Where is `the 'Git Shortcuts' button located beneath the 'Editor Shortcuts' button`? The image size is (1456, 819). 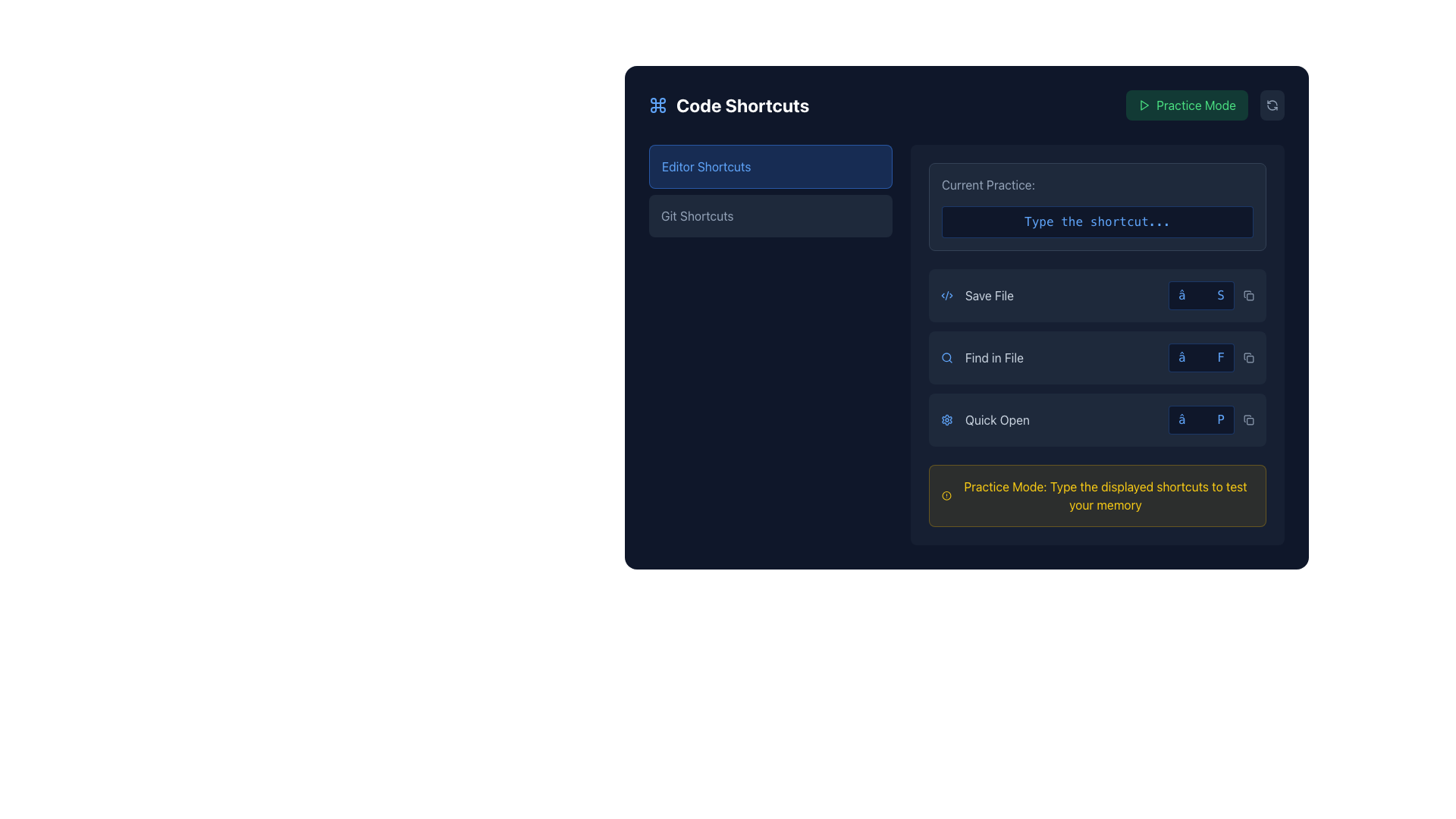
the 'Git Shortcuts' button located beneath the 'Editor Shortcuts' button is located at coordinates (770, 216).